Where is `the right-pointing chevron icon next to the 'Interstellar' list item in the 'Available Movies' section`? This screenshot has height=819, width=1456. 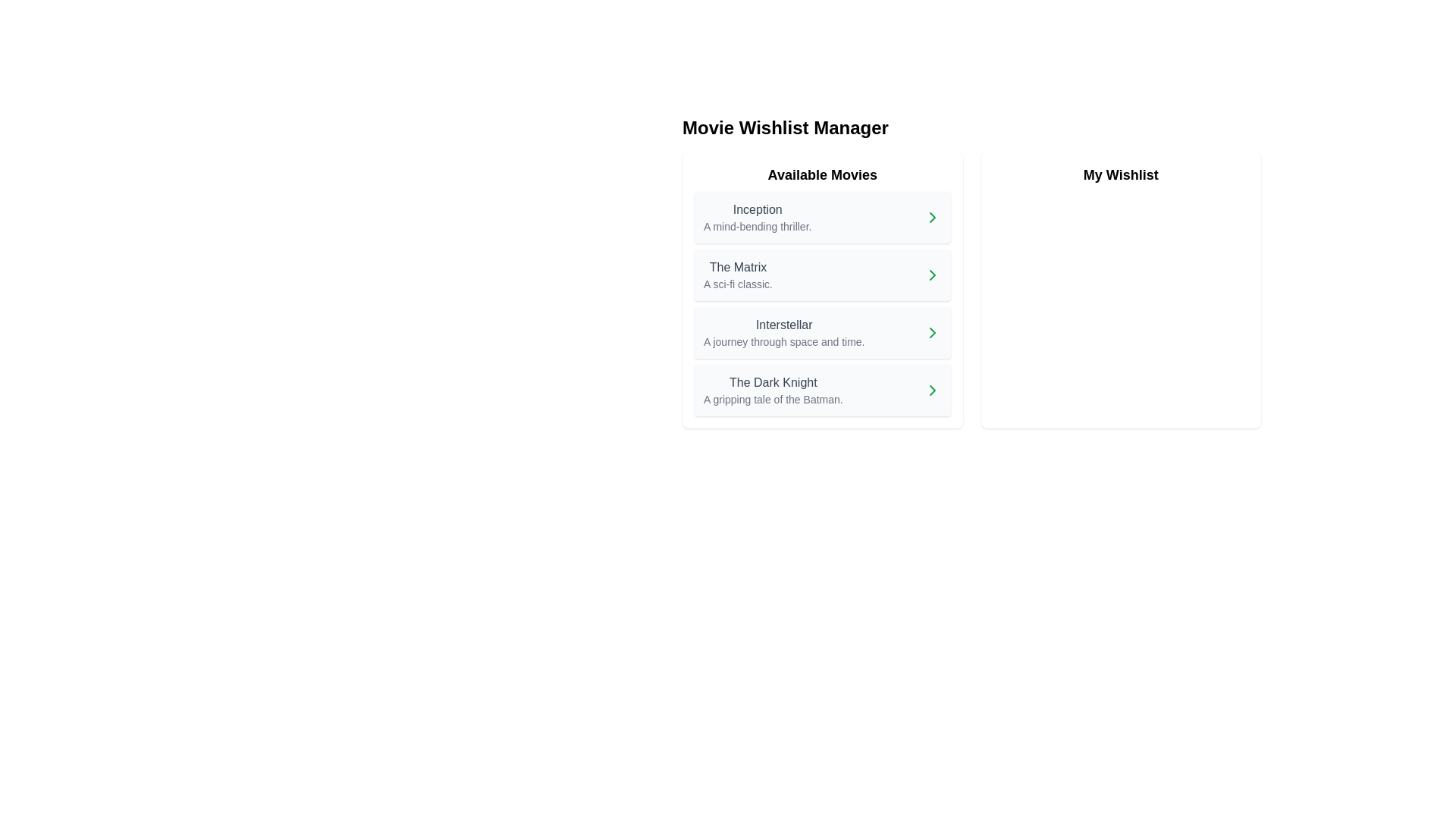
the right-pointing chevron icon next to the 'Interstellar' list item in the 'Available Movies' section is located at coordinates (931, 332).